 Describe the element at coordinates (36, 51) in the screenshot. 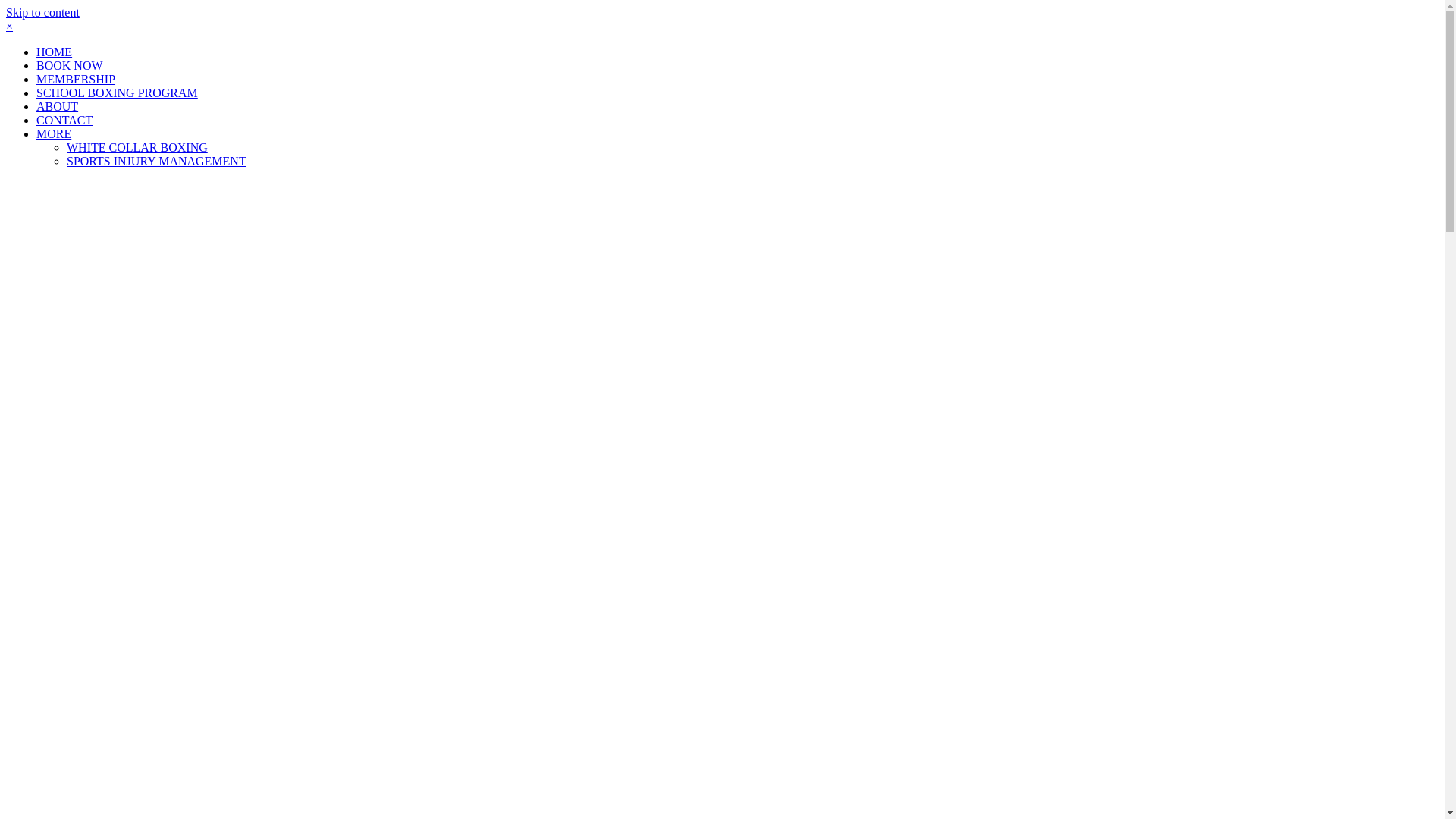

I see `'HOME'` at that location.